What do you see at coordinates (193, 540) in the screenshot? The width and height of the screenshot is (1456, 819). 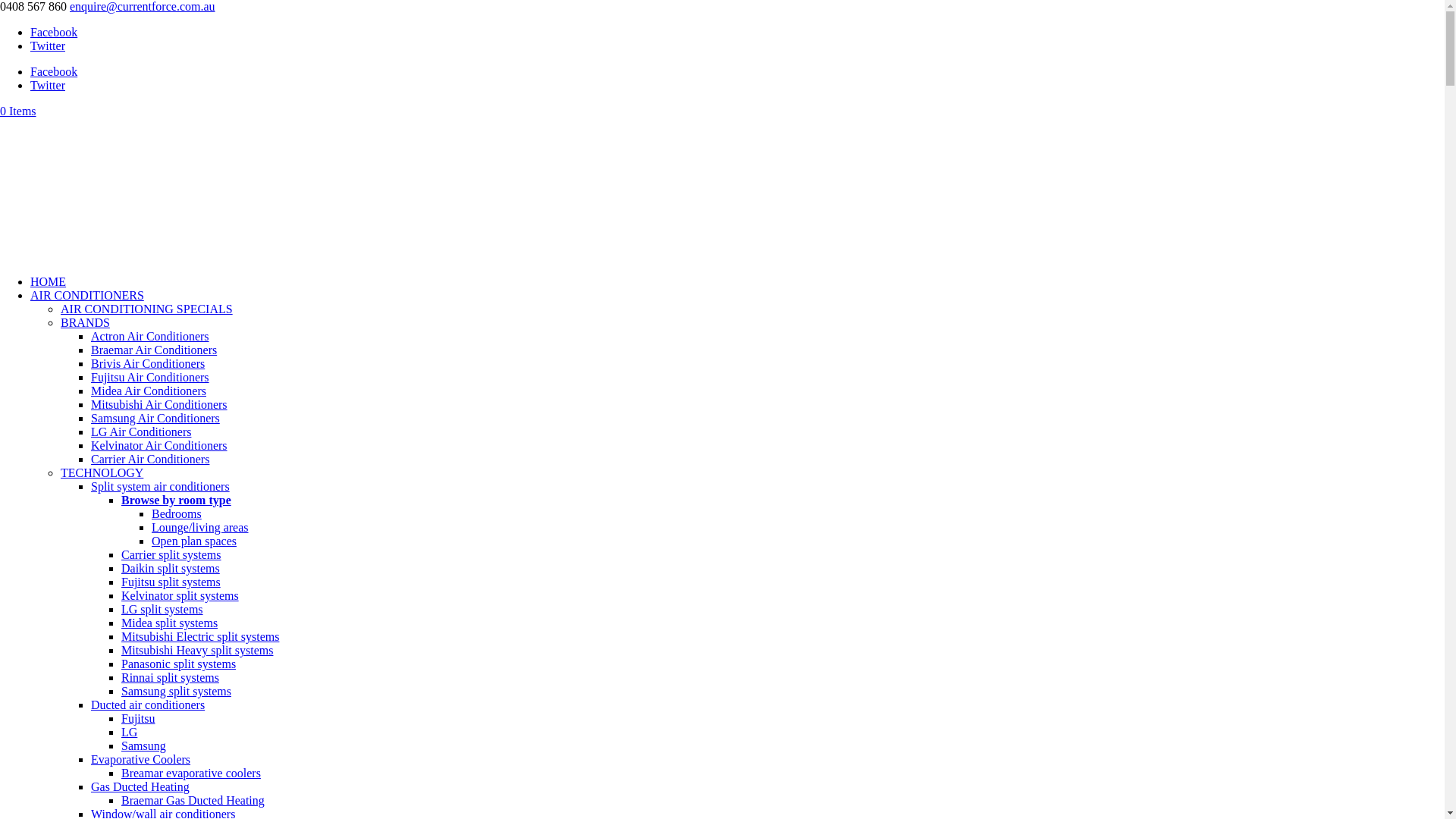 I see `'Open plan spaces'` at bounding box center [193, 540].